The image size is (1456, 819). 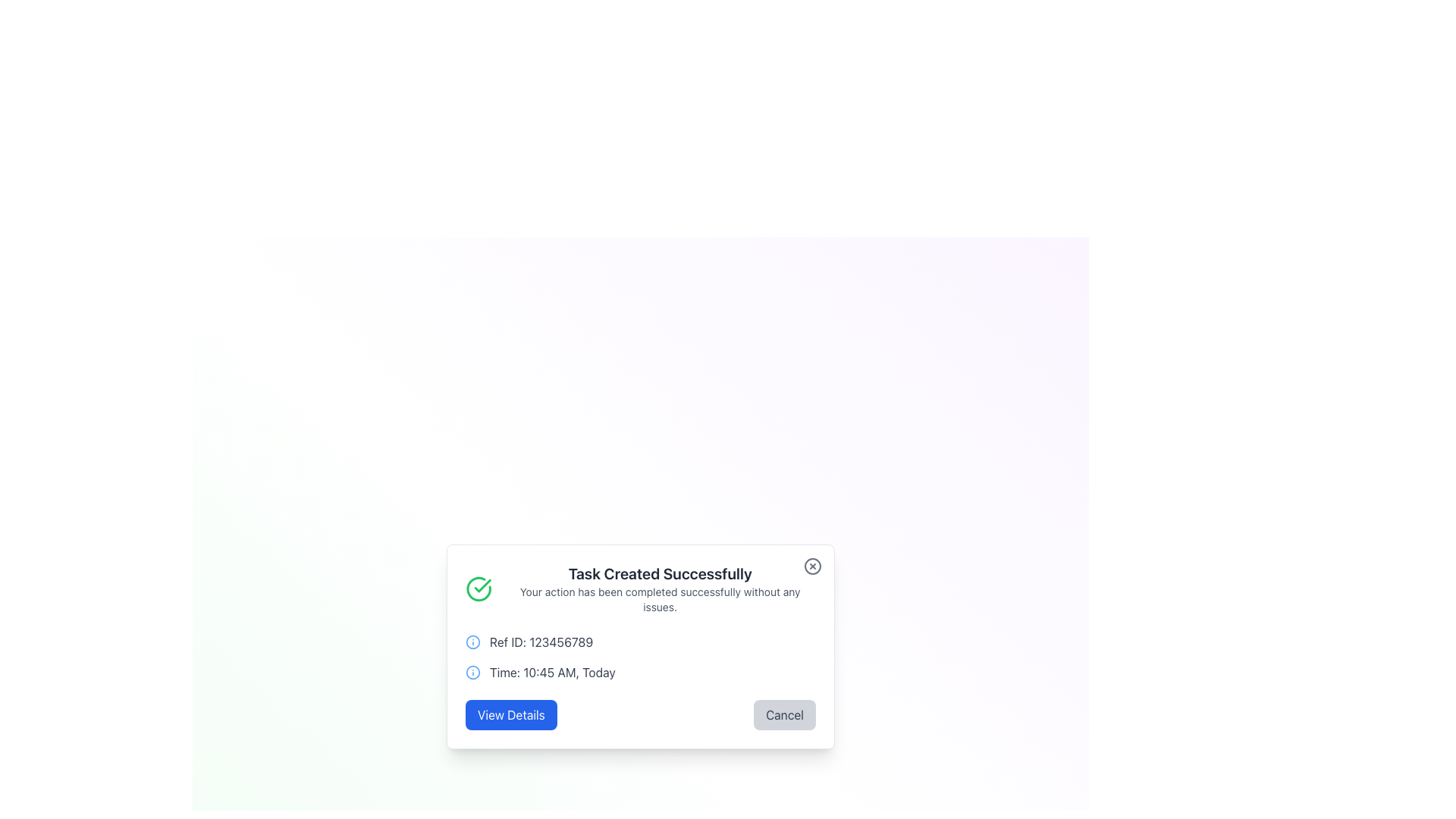 What do you see at coordinates (811, 566) in the screenshot?
I see `the Decorative SVG Circle, which is the outer circular component of the close button located at the top-right corner of the pop-up dialog box` at bounding box center [811, 566].